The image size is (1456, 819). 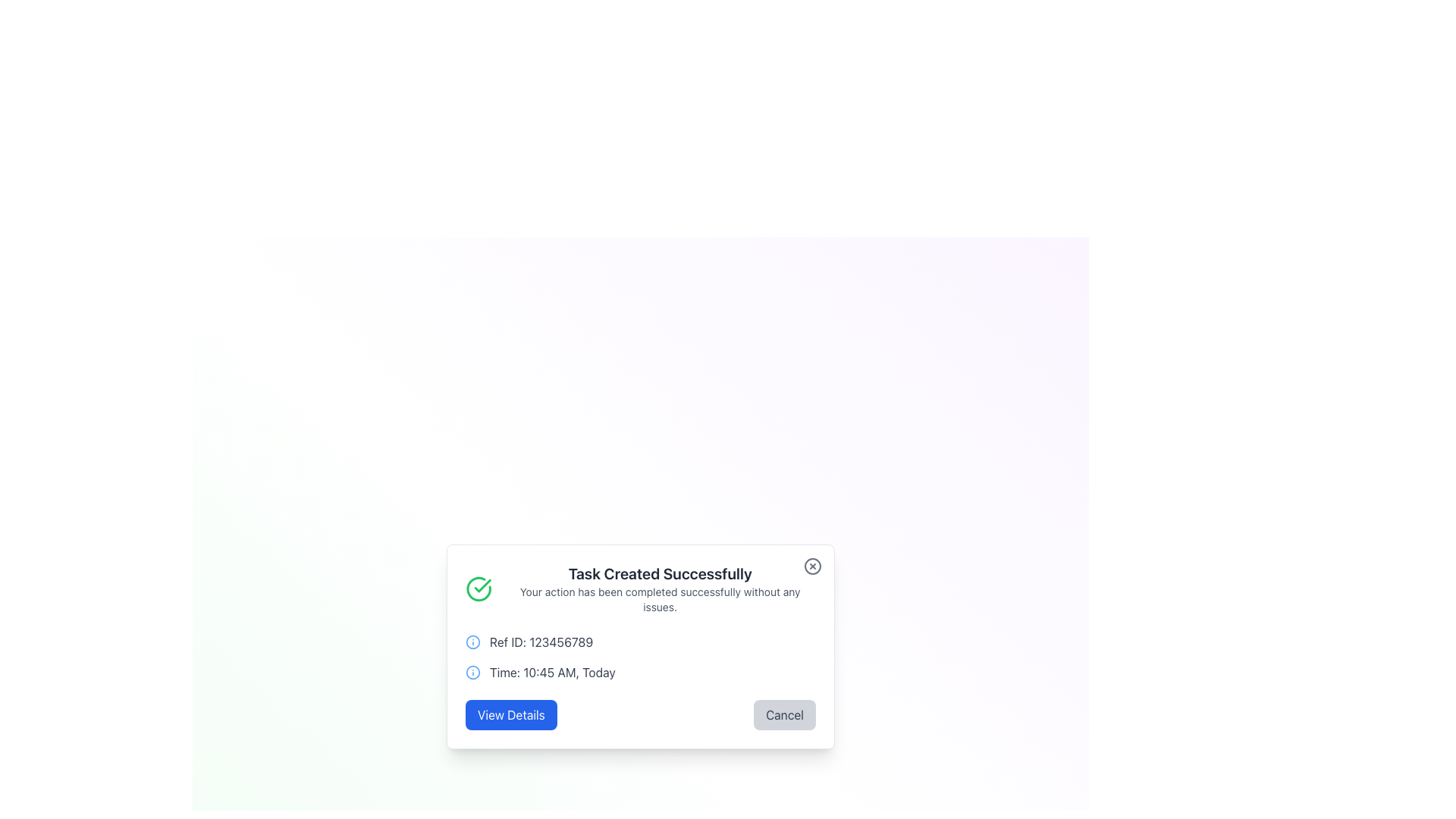 What do you see at coordinates (811, 566) in the screenshot?
I see `the Decorative SVG Circle, which is the outer circular component of the close button located at the top-right corner of the pop-up dialog box` at bounding box center [811, 566].